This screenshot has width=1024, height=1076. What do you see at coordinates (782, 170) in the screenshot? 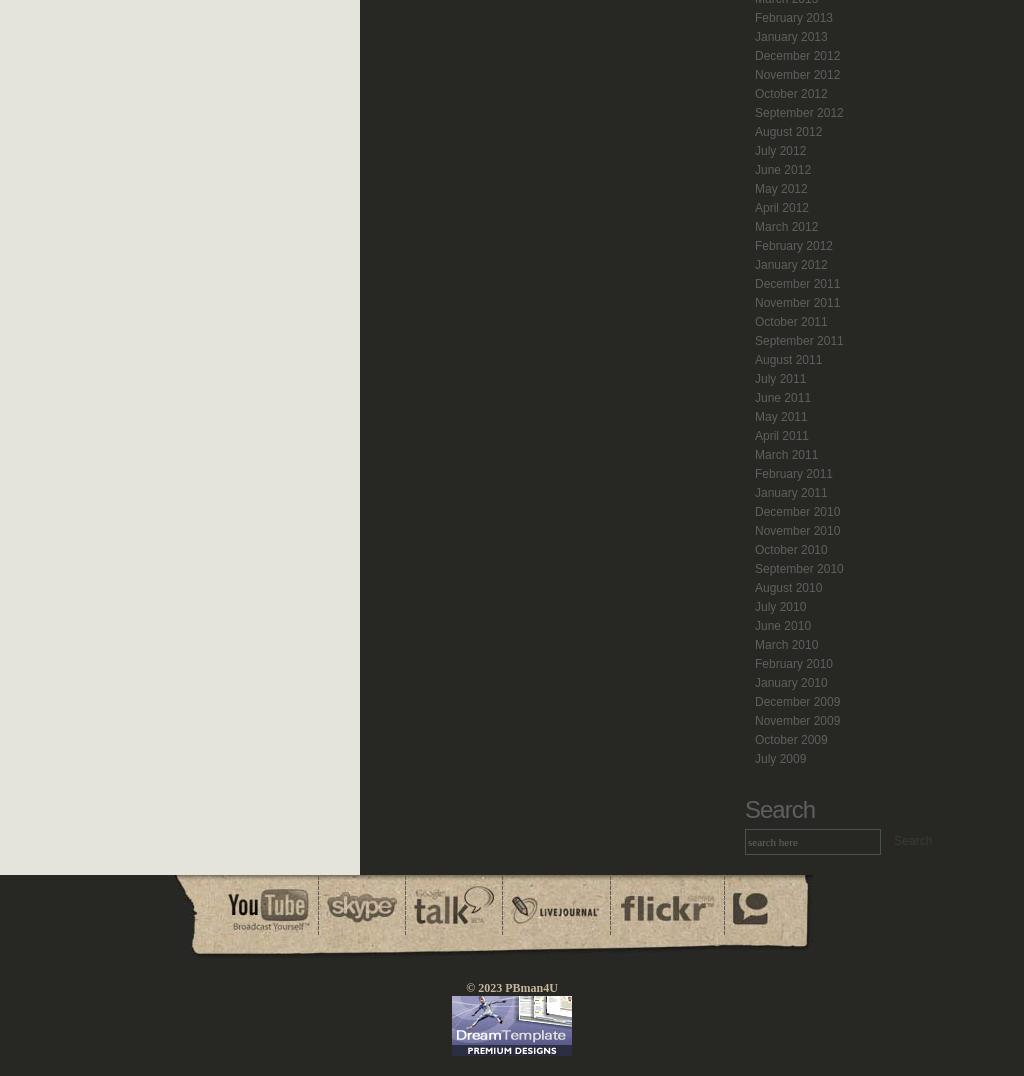
I see `'June 2012'` at bounding box center [782, 170].